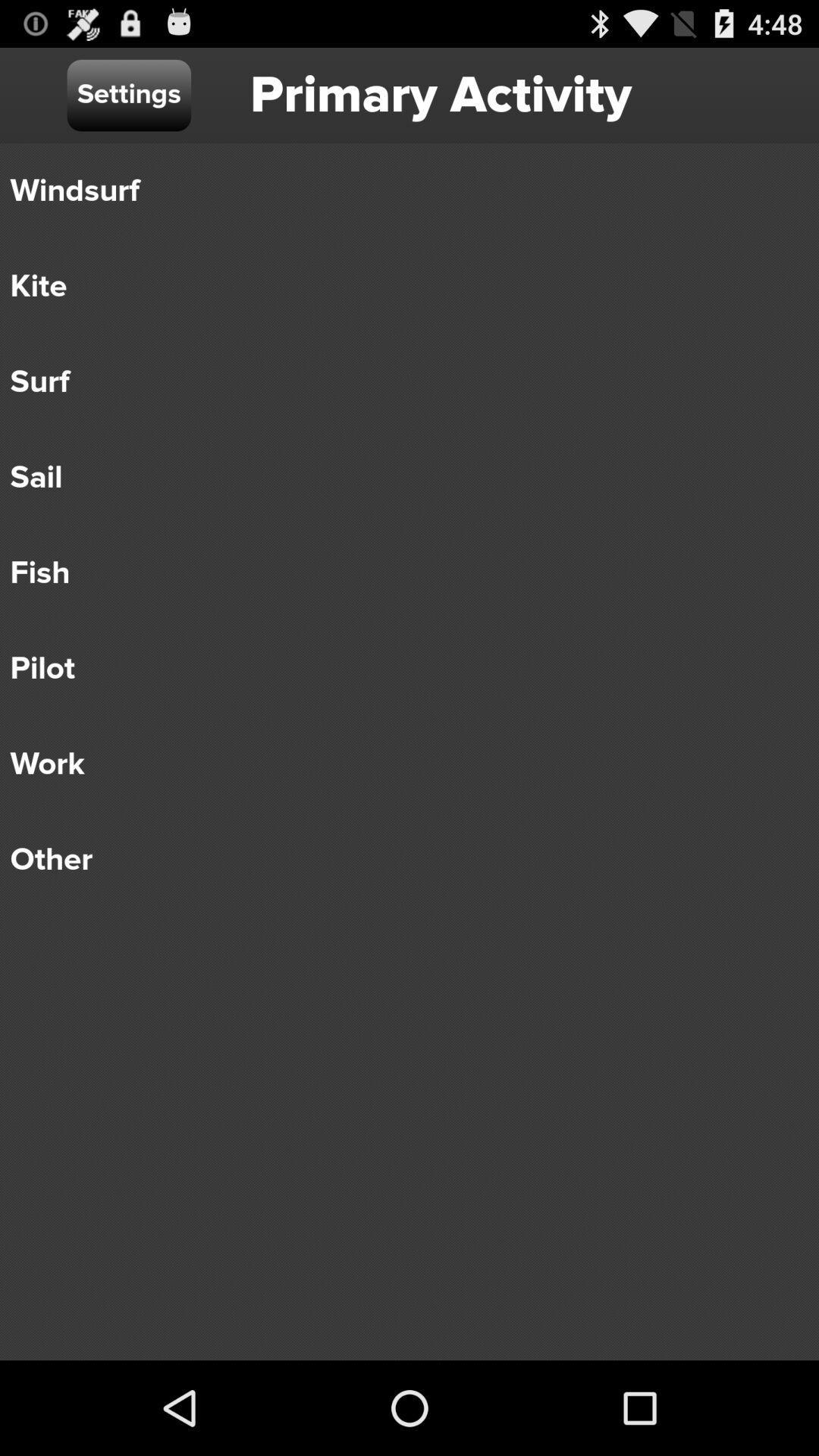  I want to click on the icon above other icon, so click(398, 764).